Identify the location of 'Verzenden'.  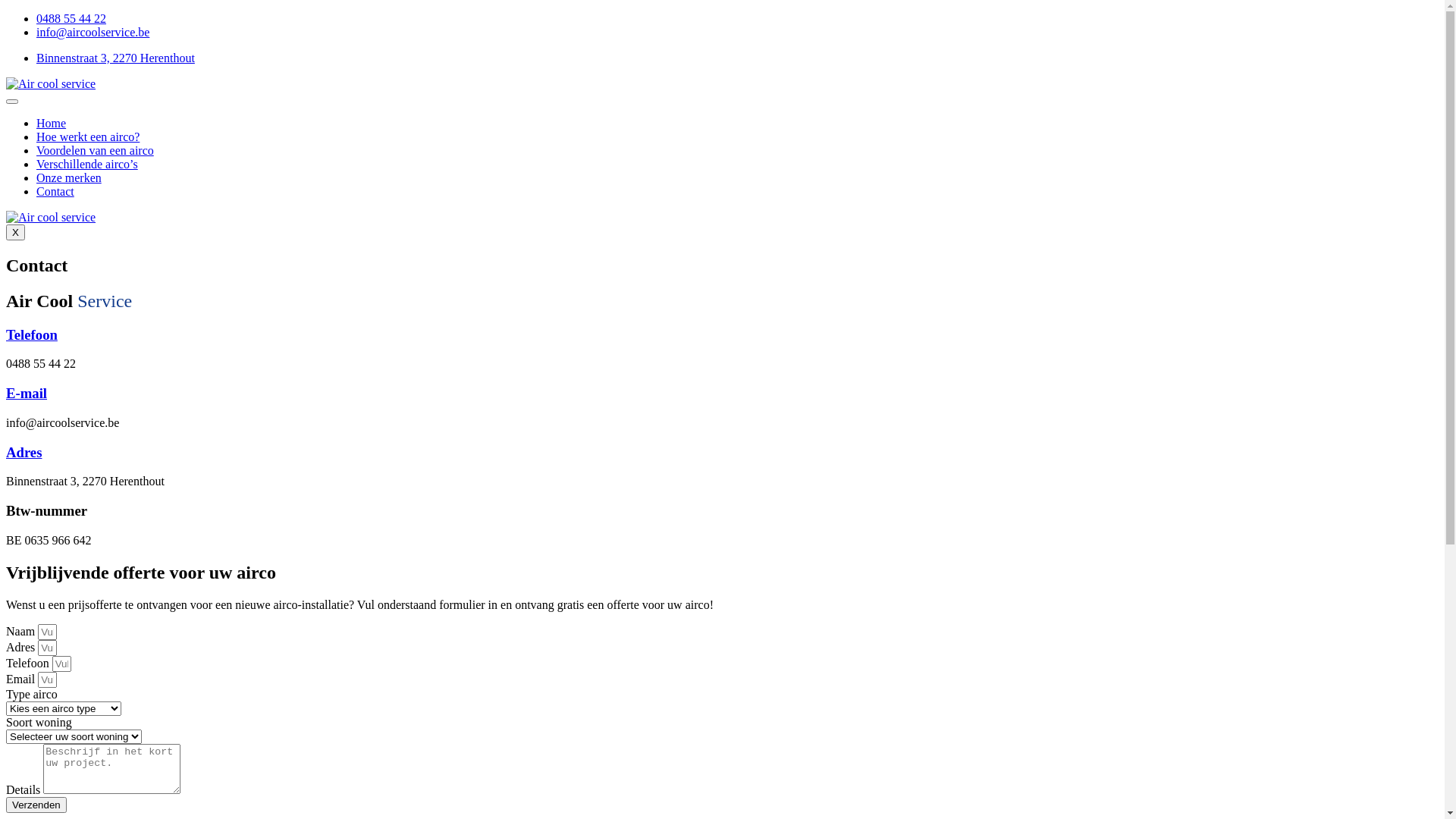
(6, 804).